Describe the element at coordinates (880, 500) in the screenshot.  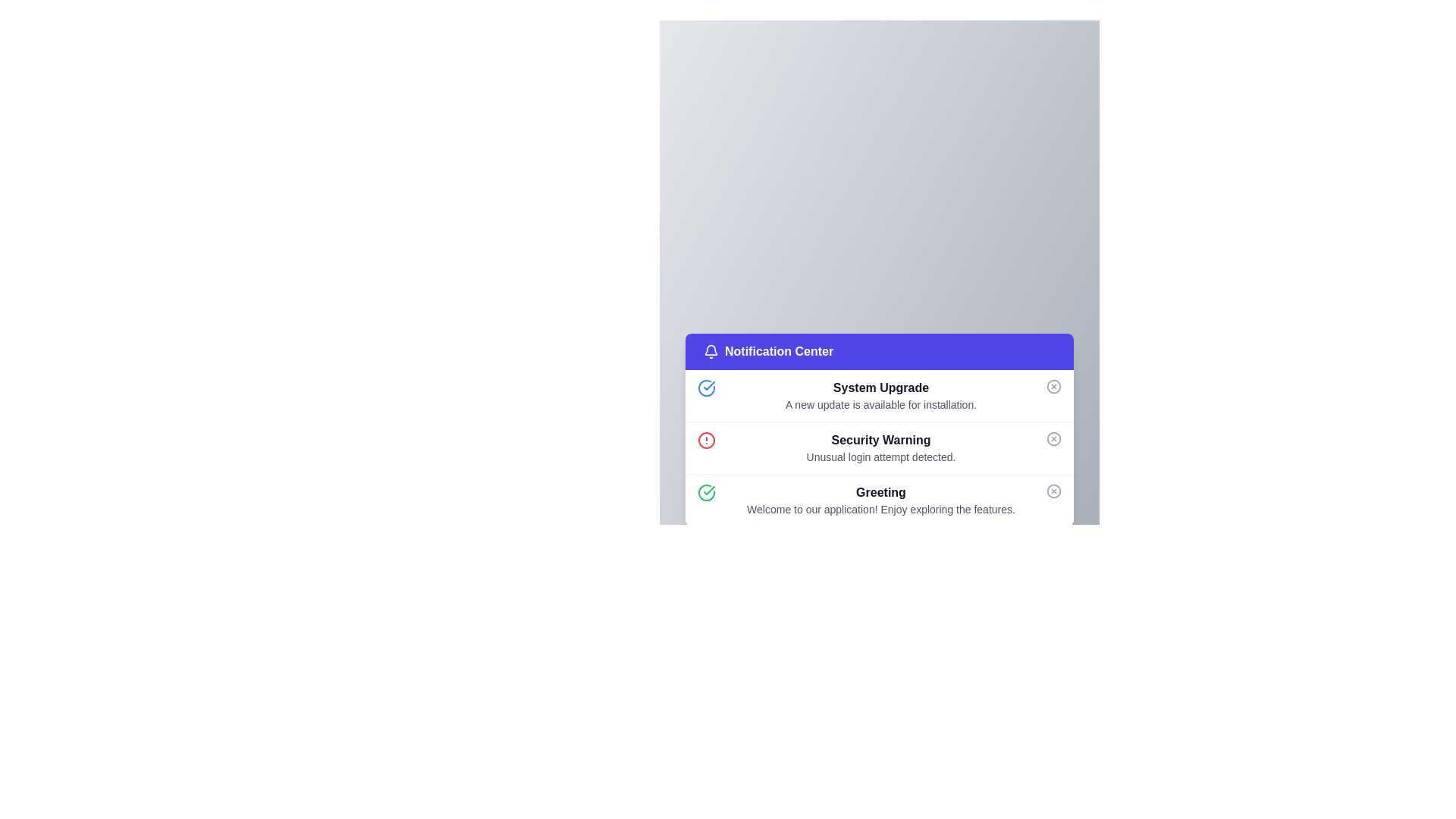
I see `the Text display area that shows a greeting message, positioned as the third entry in the notification list within the panel` at that location.